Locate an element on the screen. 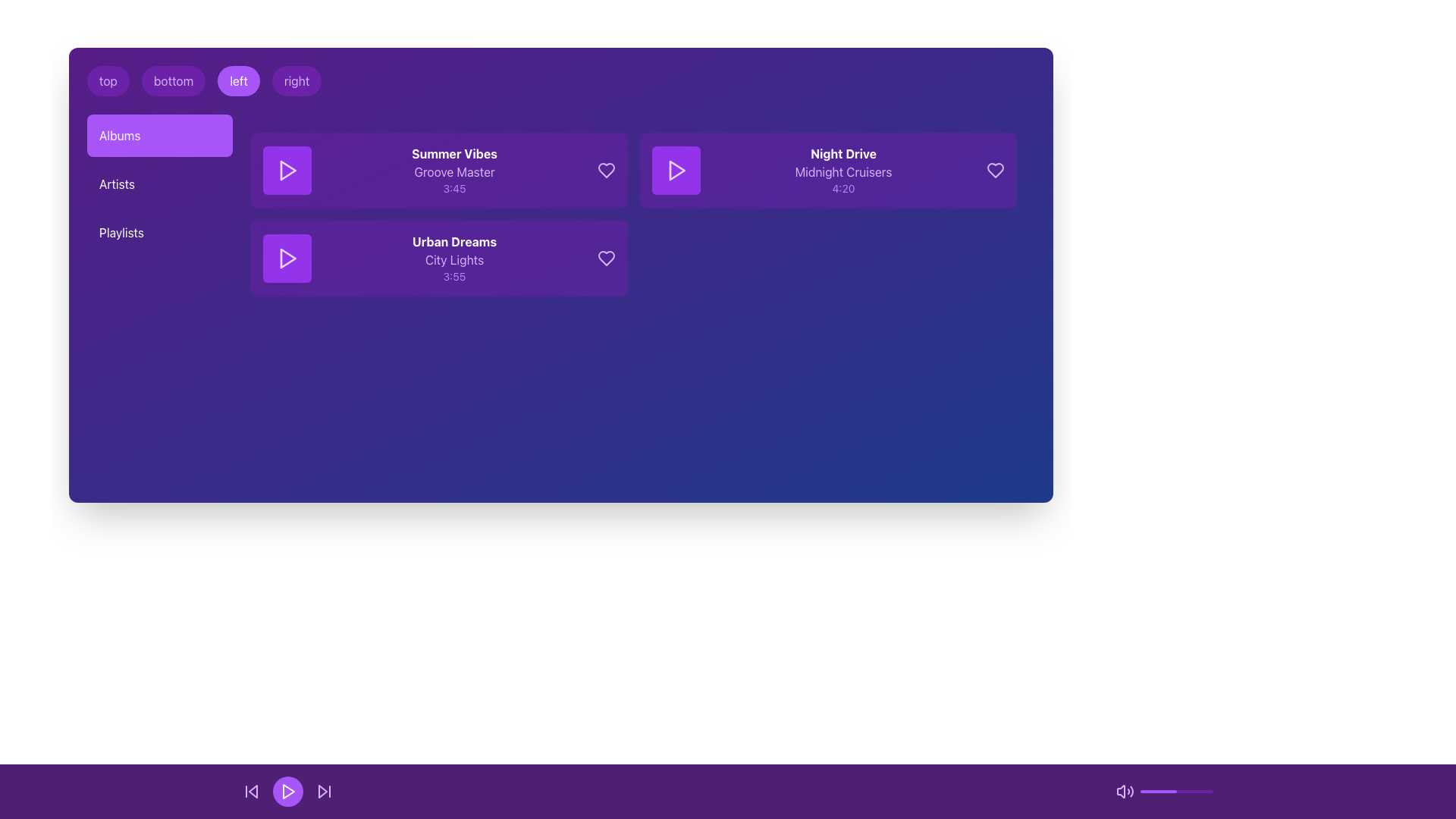 The height and width of the screenshot is (819, 1456). the bold text label 'Urban Dreams' which is centrally aligned within a purple rectangular background, located in the Albums section above 'City Lights' is located at coordinates (453, 241).